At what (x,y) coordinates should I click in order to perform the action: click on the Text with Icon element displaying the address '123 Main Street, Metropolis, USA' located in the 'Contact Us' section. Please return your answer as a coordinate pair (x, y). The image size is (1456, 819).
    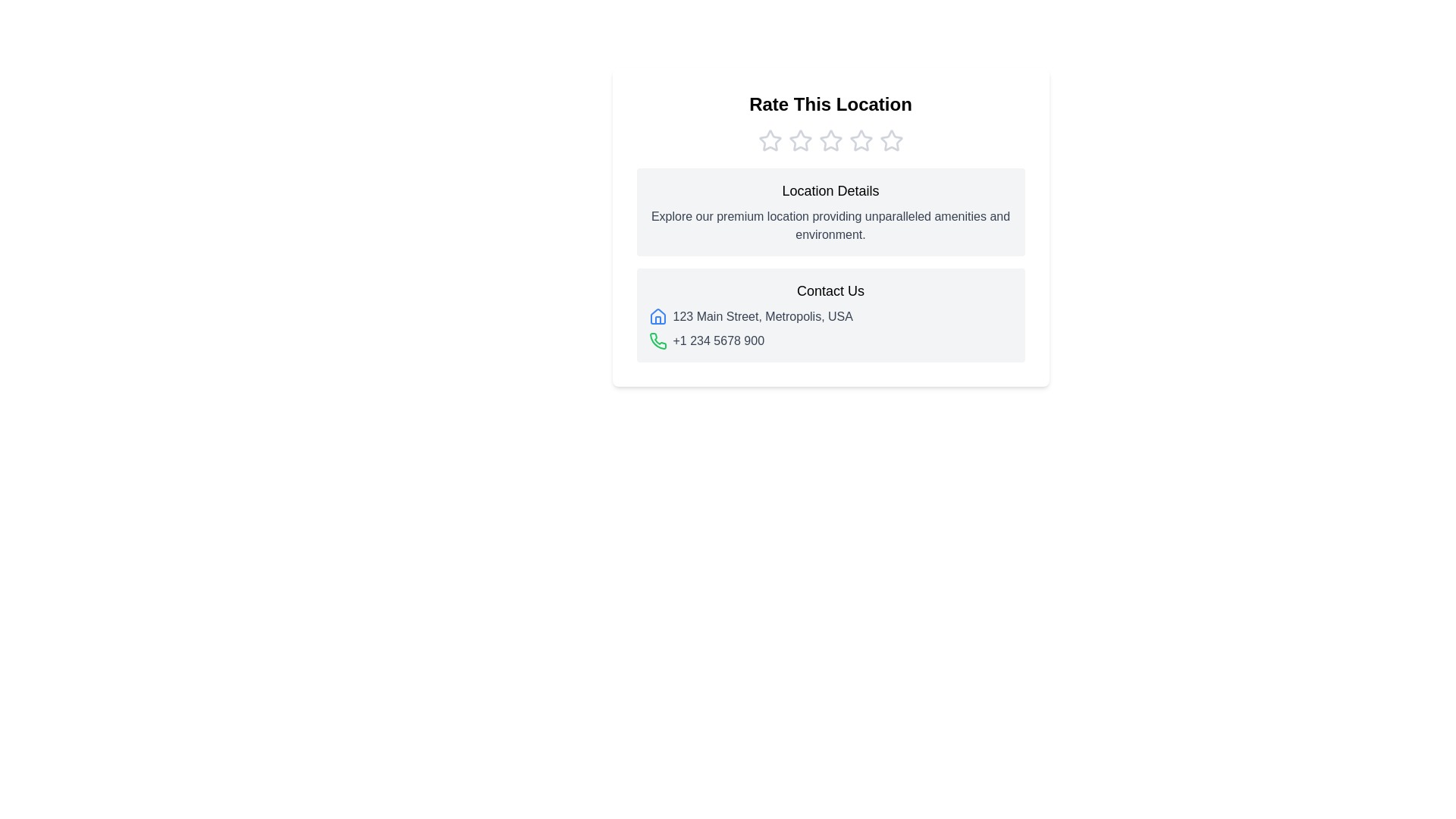
    Looking at the image, I should click on (830, 315).